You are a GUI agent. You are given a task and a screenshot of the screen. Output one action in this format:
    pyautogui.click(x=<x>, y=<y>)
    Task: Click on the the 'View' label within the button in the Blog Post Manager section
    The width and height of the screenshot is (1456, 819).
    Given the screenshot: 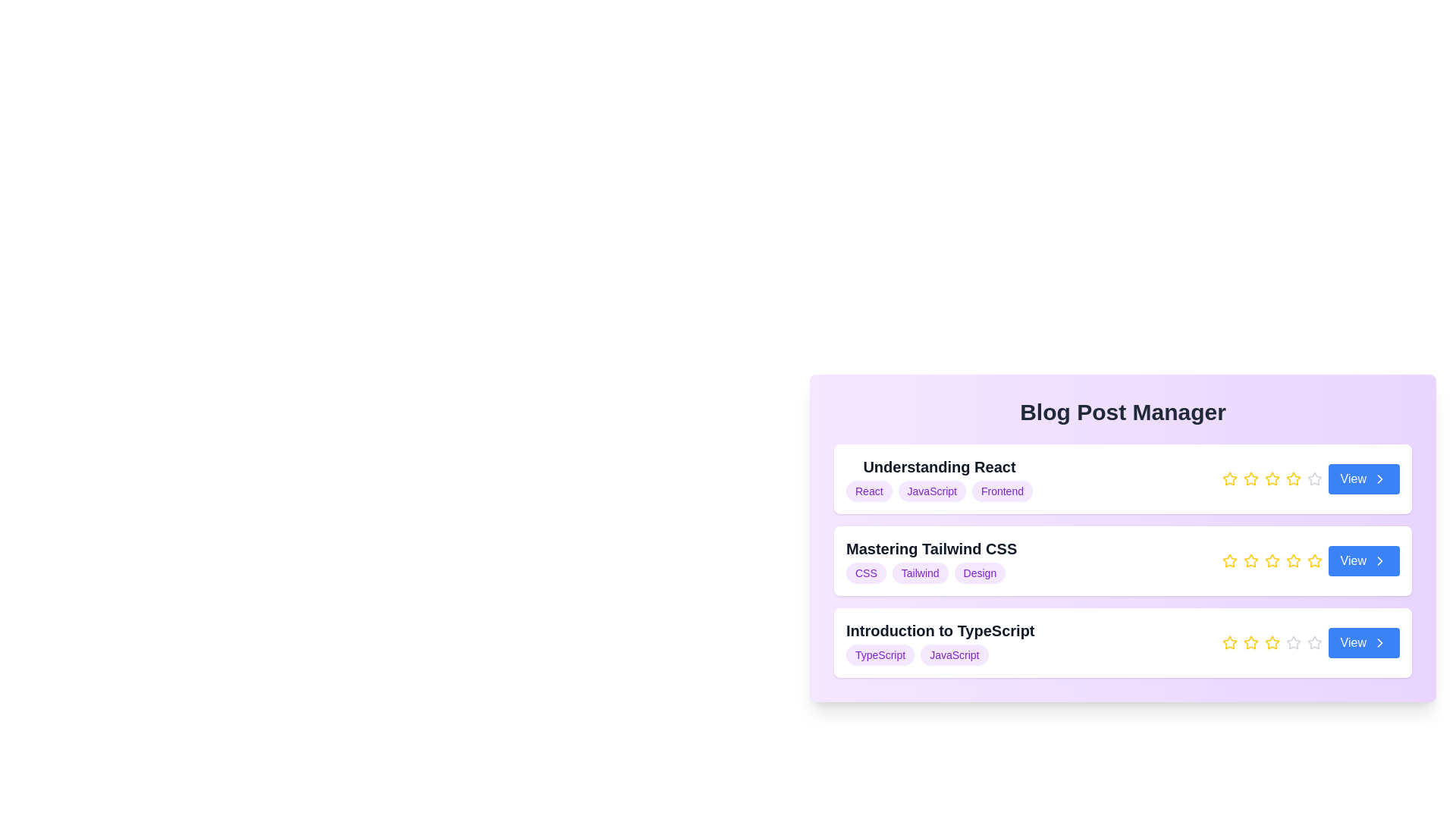 What is the action you would take?
    pyautogui.click(x=1353, y=561)
    